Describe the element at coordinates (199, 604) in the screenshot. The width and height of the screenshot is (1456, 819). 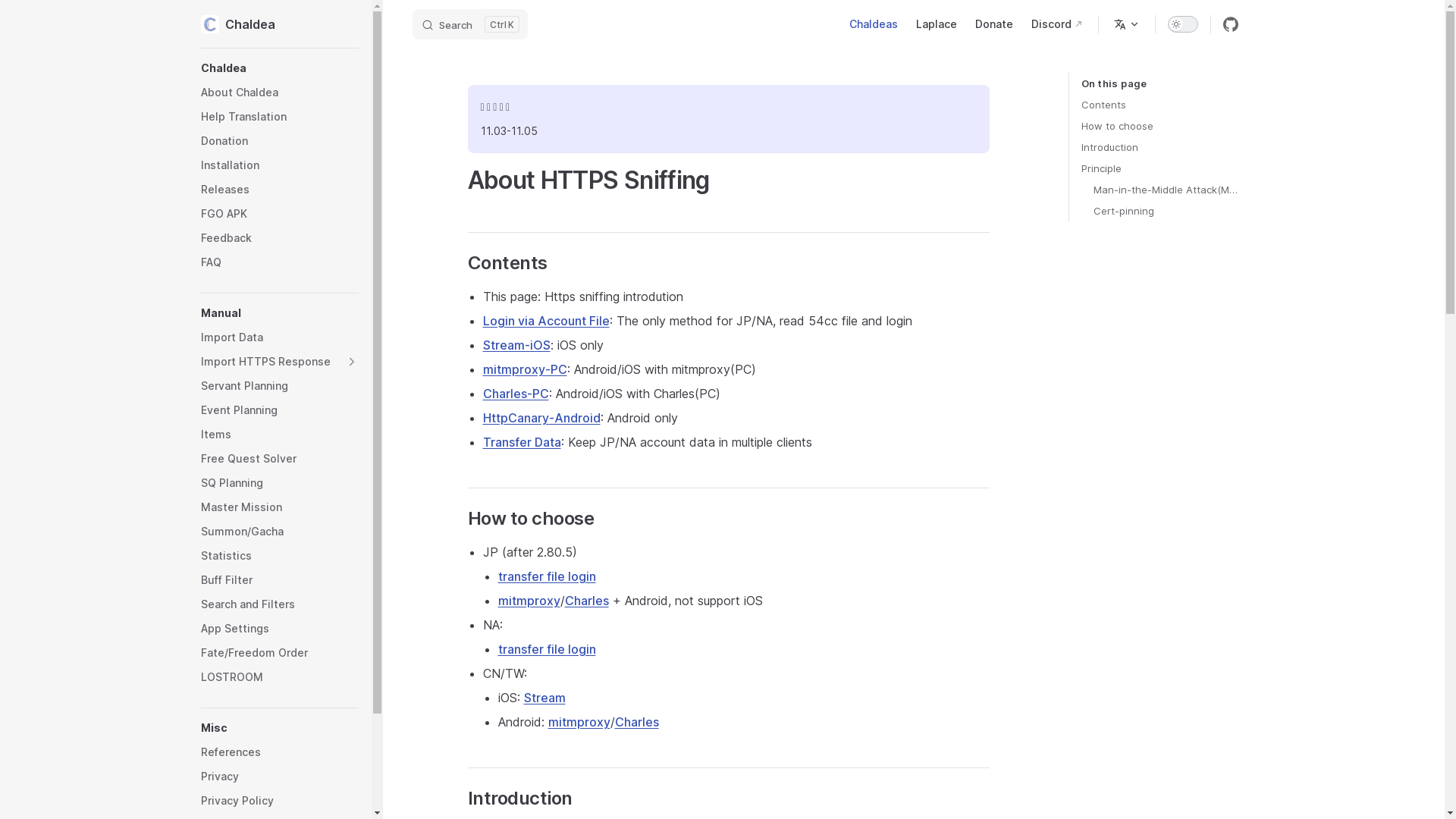
I see `'Search and Filters'` at that location.